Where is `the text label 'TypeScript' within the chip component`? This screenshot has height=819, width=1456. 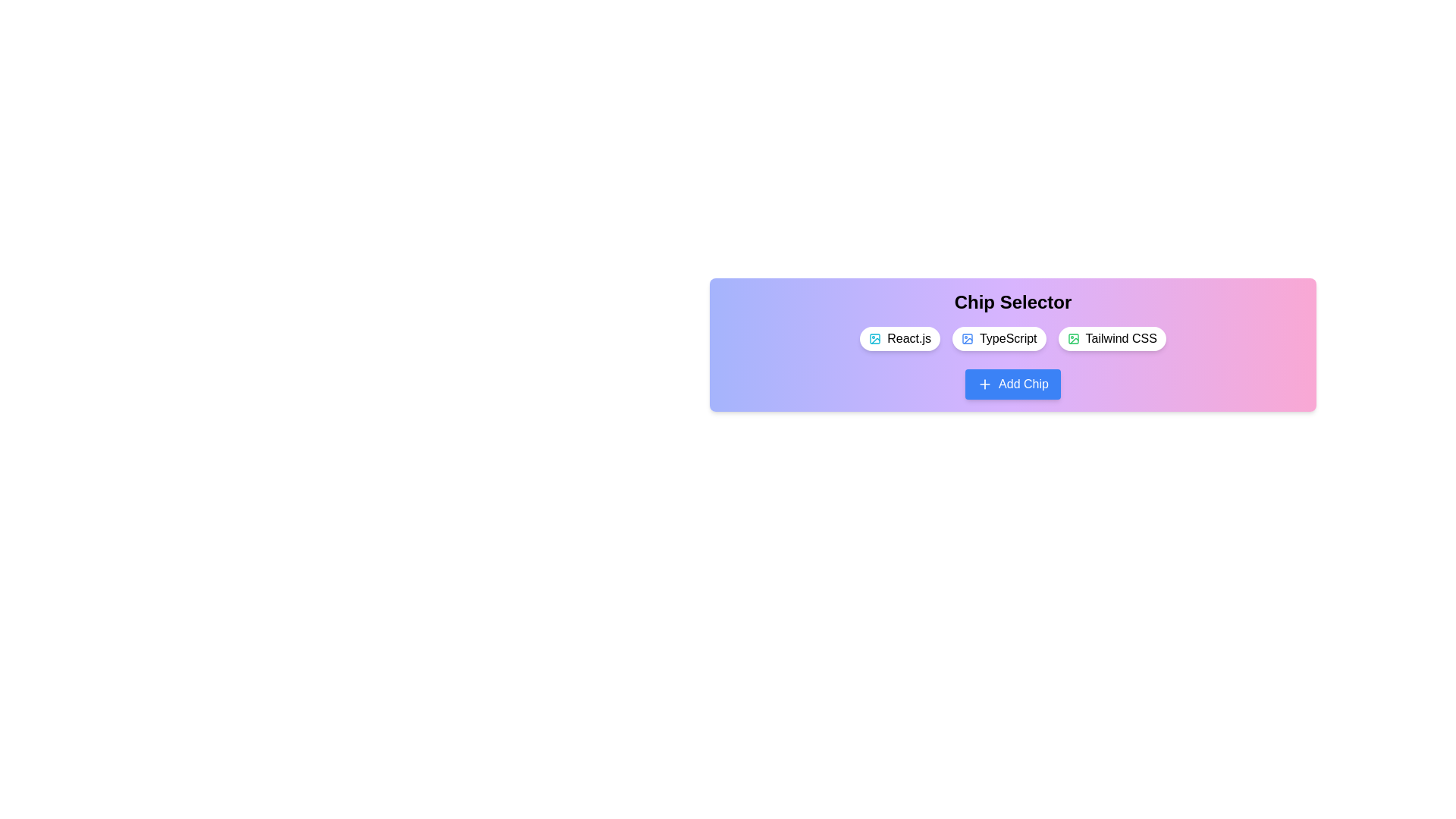 the text label 'TypeScript' within the chip component is located at coordinates (1008, 338).